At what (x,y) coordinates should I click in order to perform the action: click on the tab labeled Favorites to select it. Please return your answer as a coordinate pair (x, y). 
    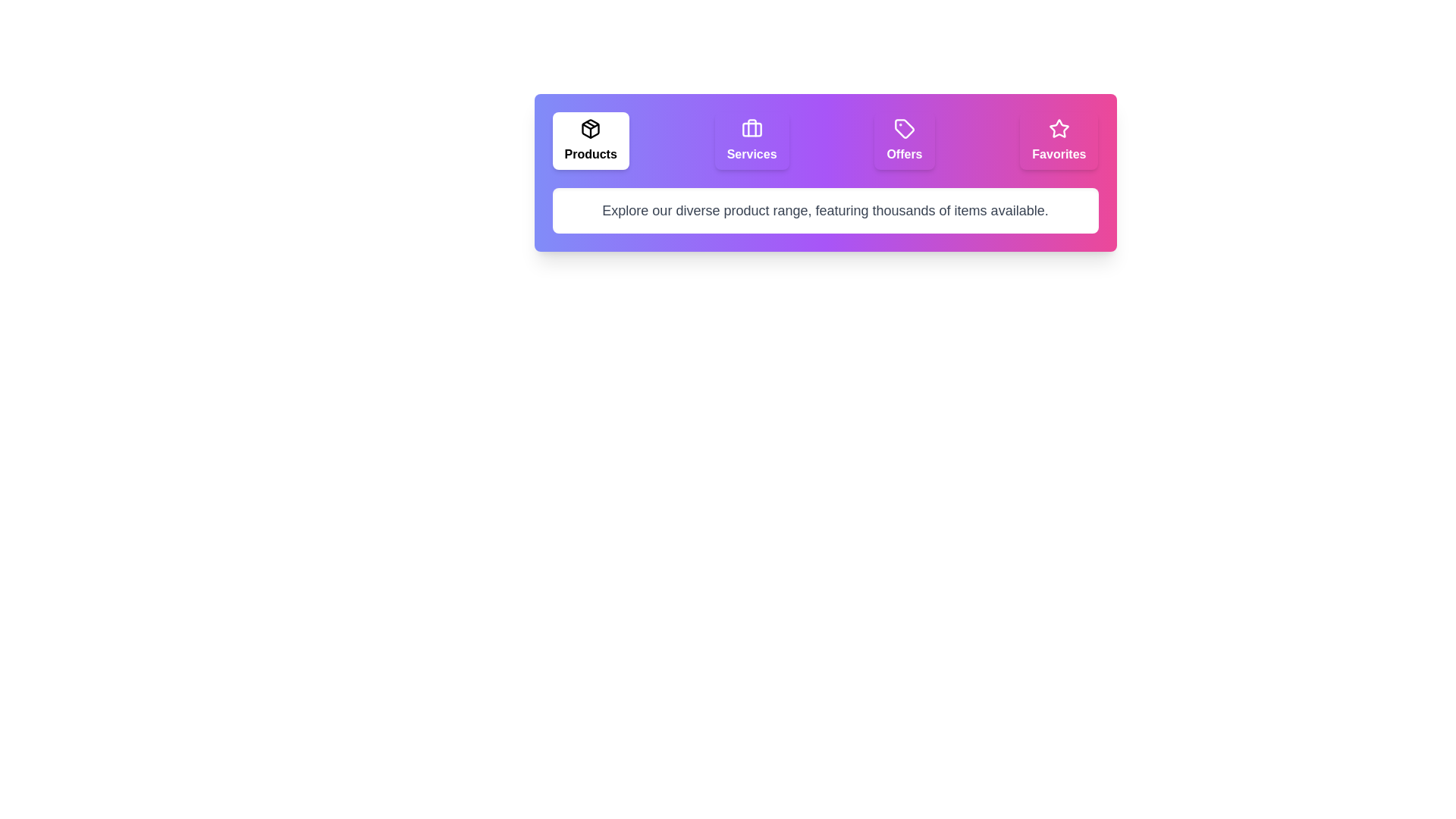
    Looking at the image, I should click on (1058, 140).